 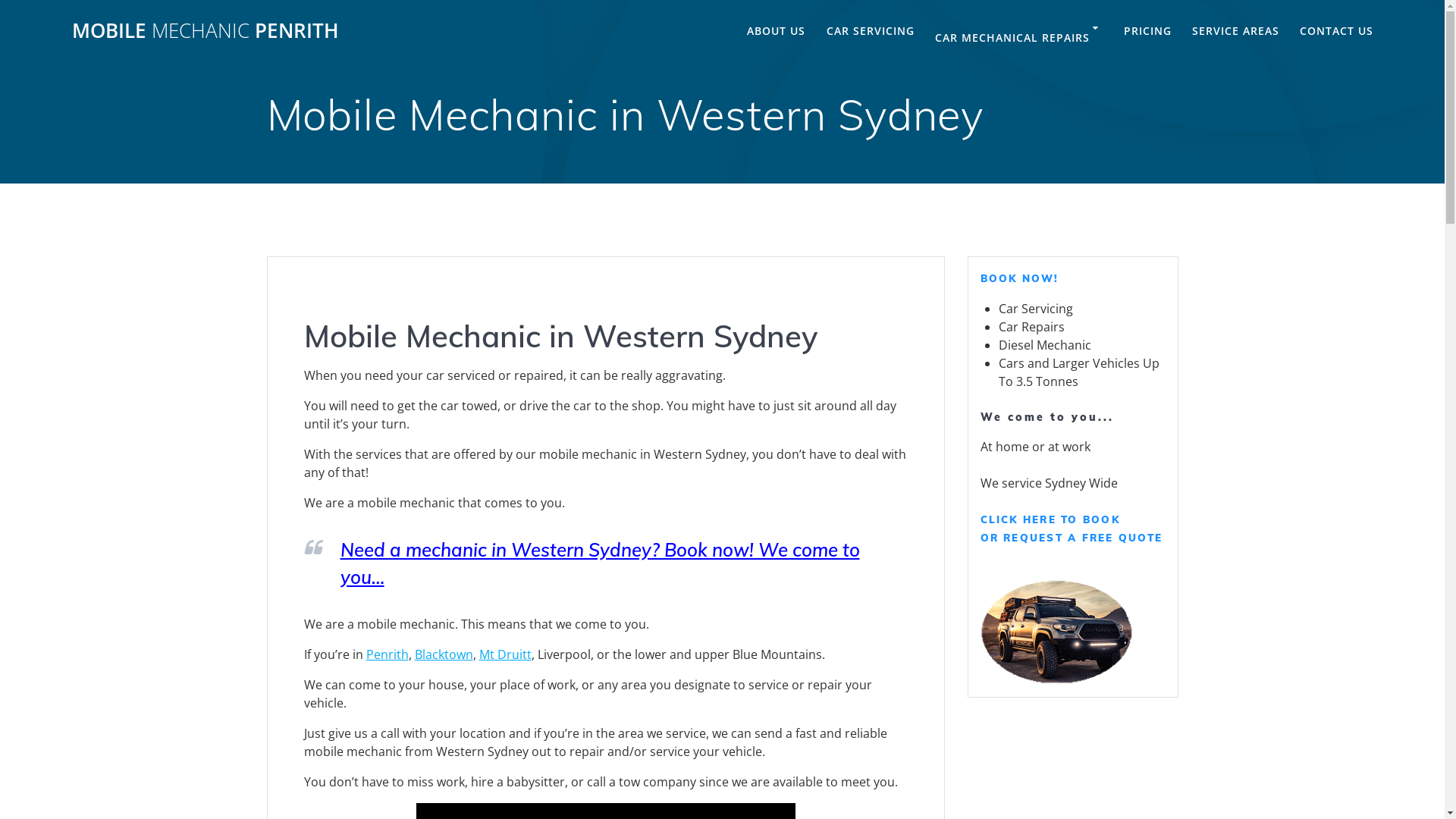 What do you see at coordinates (1070, 528) in the screenshot?
I see `'CLICK HERE TO BOOK` at bounding box center [1070, 528].